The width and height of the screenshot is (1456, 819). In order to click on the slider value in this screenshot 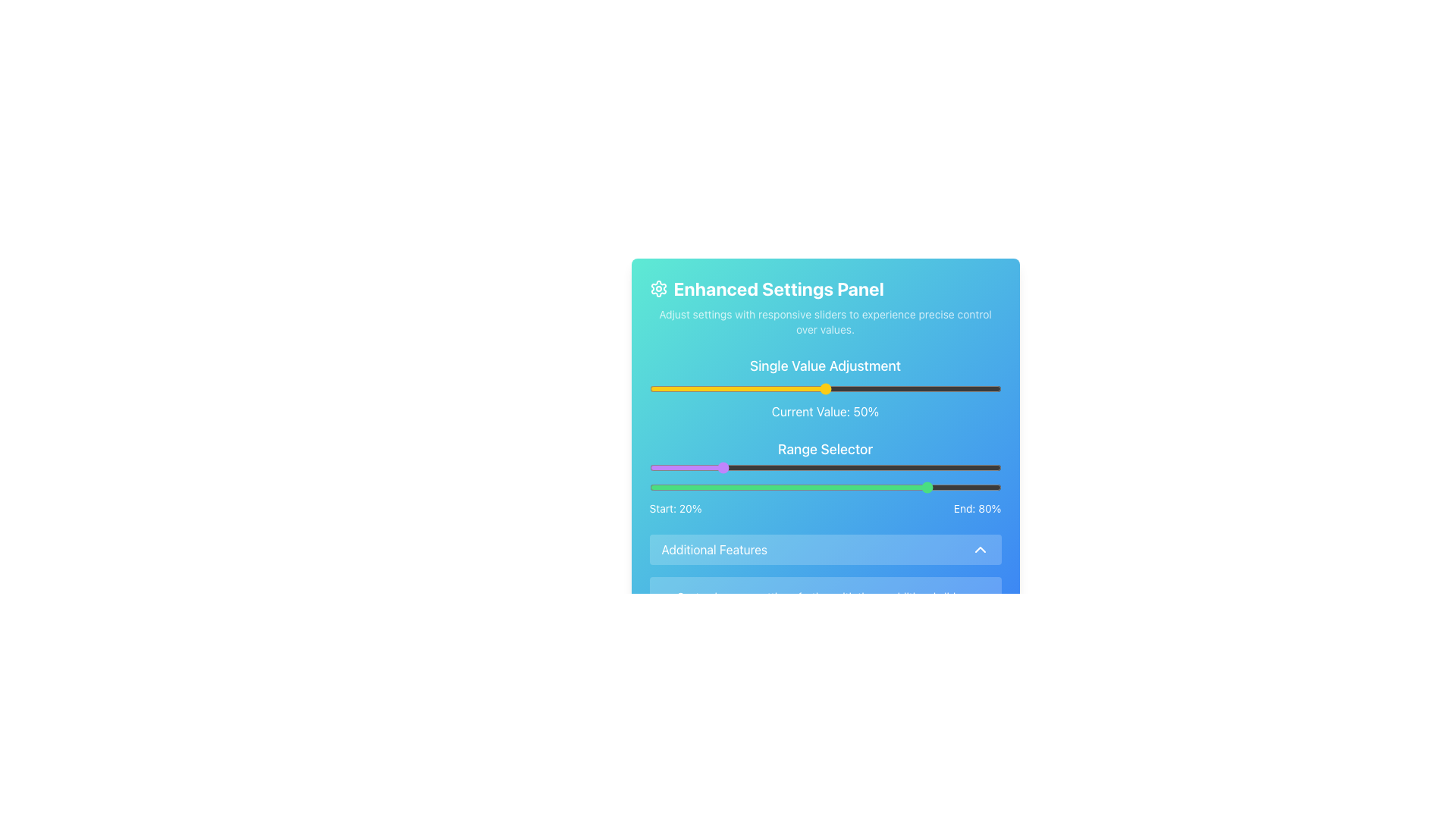, I will do `click(860, 388)`.